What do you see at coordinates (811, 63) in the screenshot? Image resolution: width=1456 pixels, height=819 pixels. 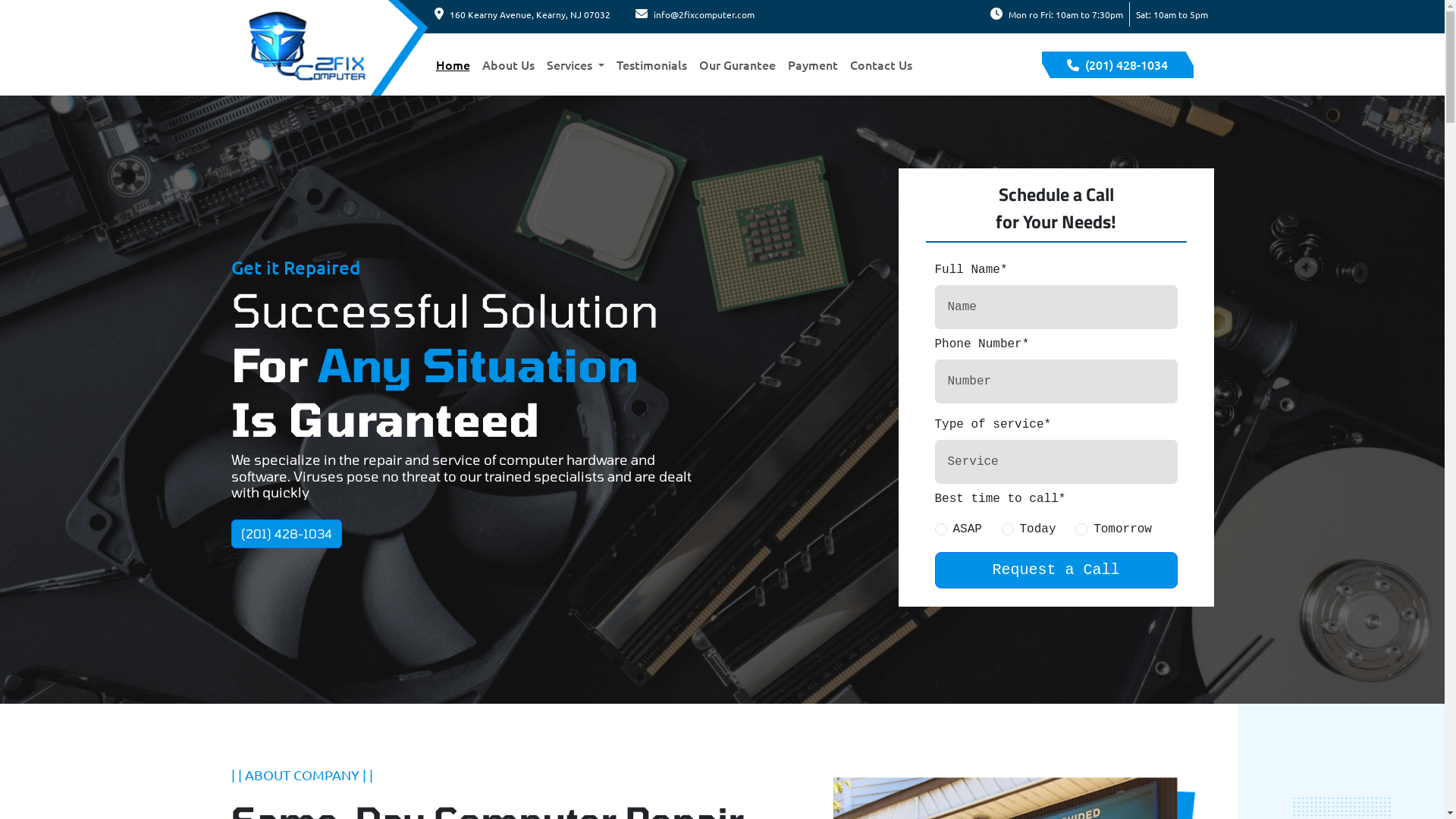 I see `'Payment'` at bounding box center [811, 63].